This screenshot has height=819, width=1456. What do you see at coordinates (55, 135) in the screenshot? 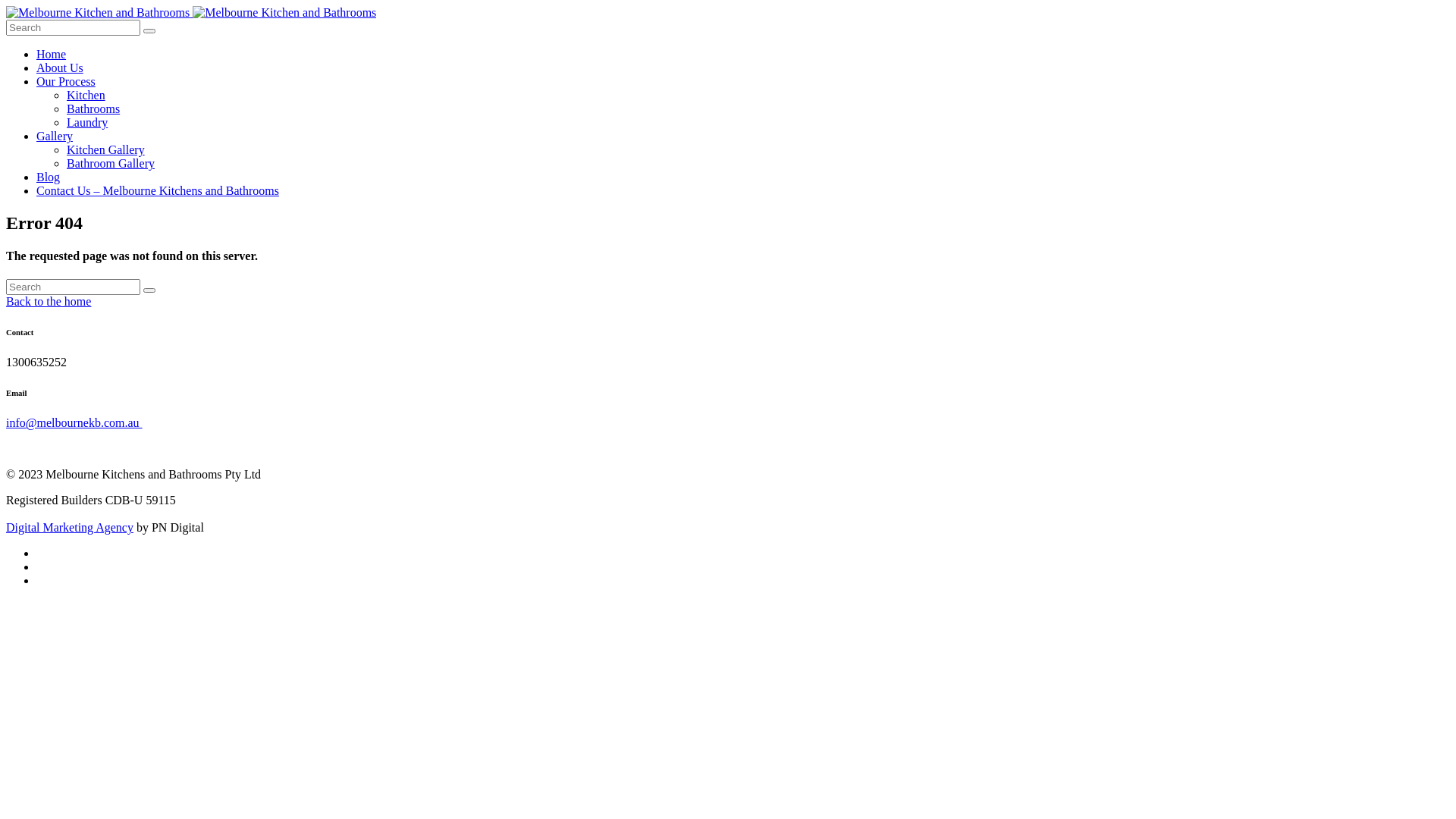
I see `'Gallery'` at bounding box center [55, 135].